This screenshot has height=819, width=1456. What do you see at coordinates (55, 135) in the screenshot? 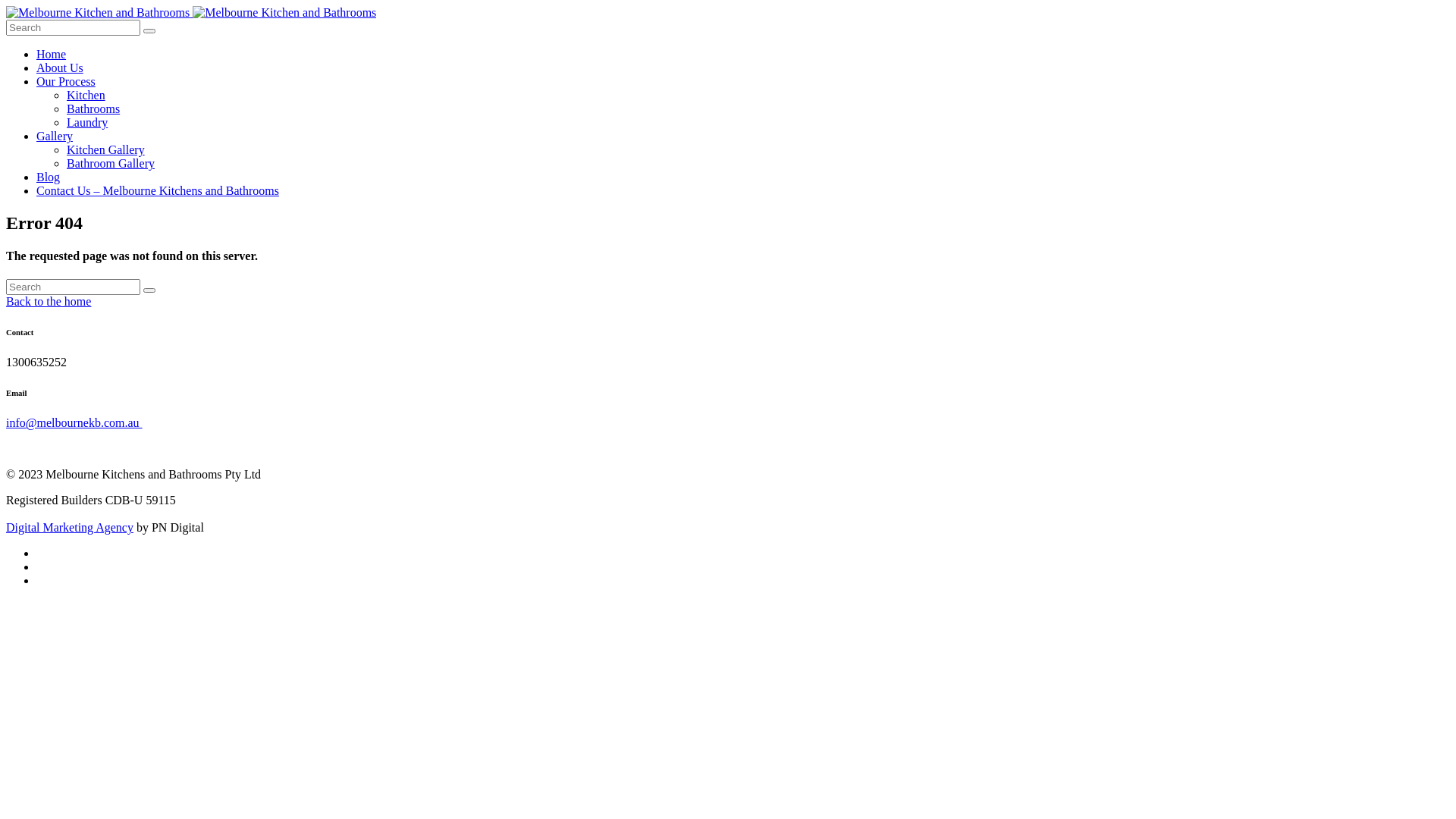
I see `'Gallery'` at bounding box center [55, 135].